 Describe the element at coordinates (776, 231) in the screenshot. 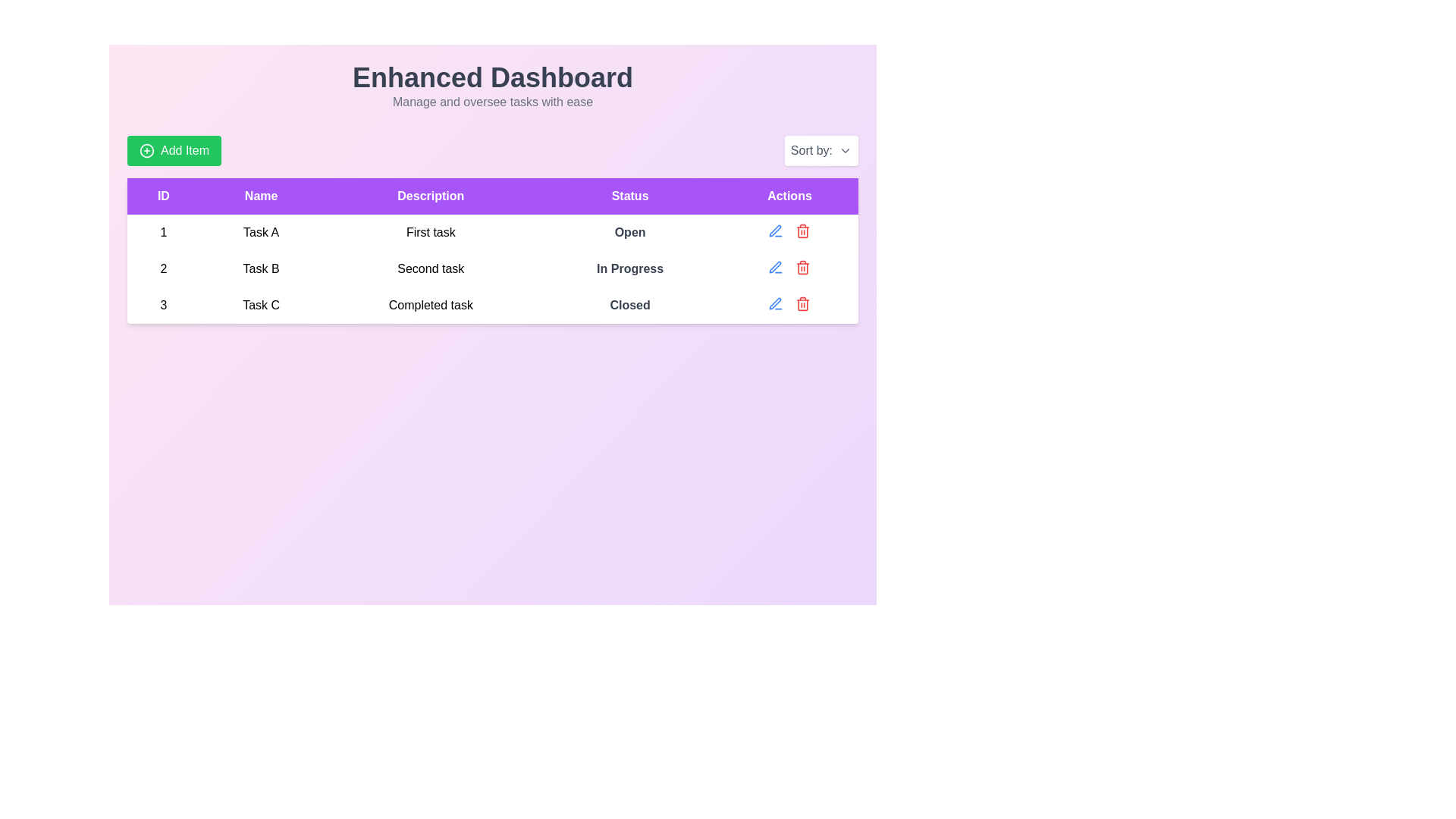

I see `the edit button icon in the Actions column of the second row of the table` at that location.